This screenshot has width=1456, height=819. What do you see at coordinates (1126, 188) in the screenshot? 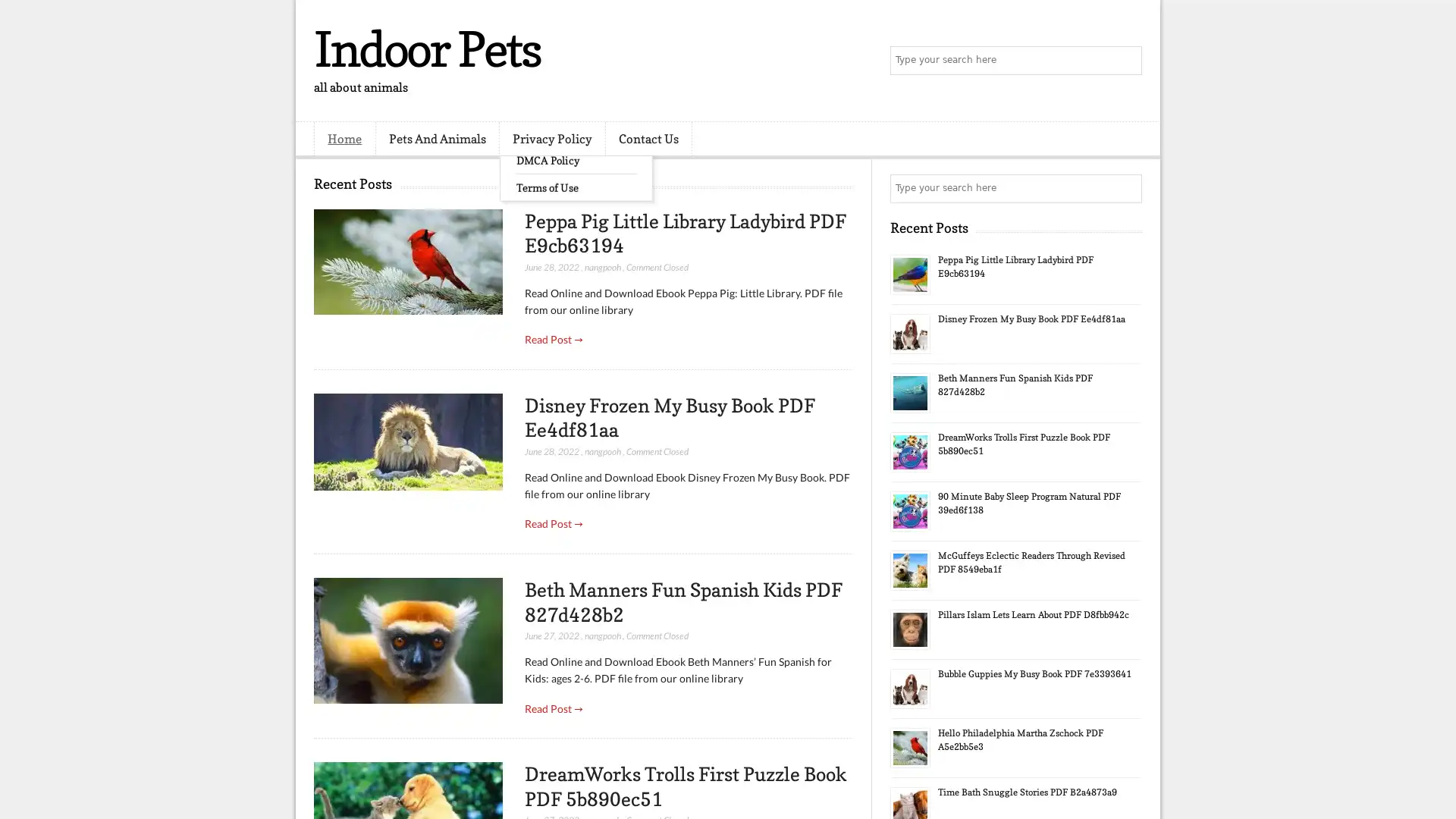
I see `Search` at bounding box center [1126, 188].